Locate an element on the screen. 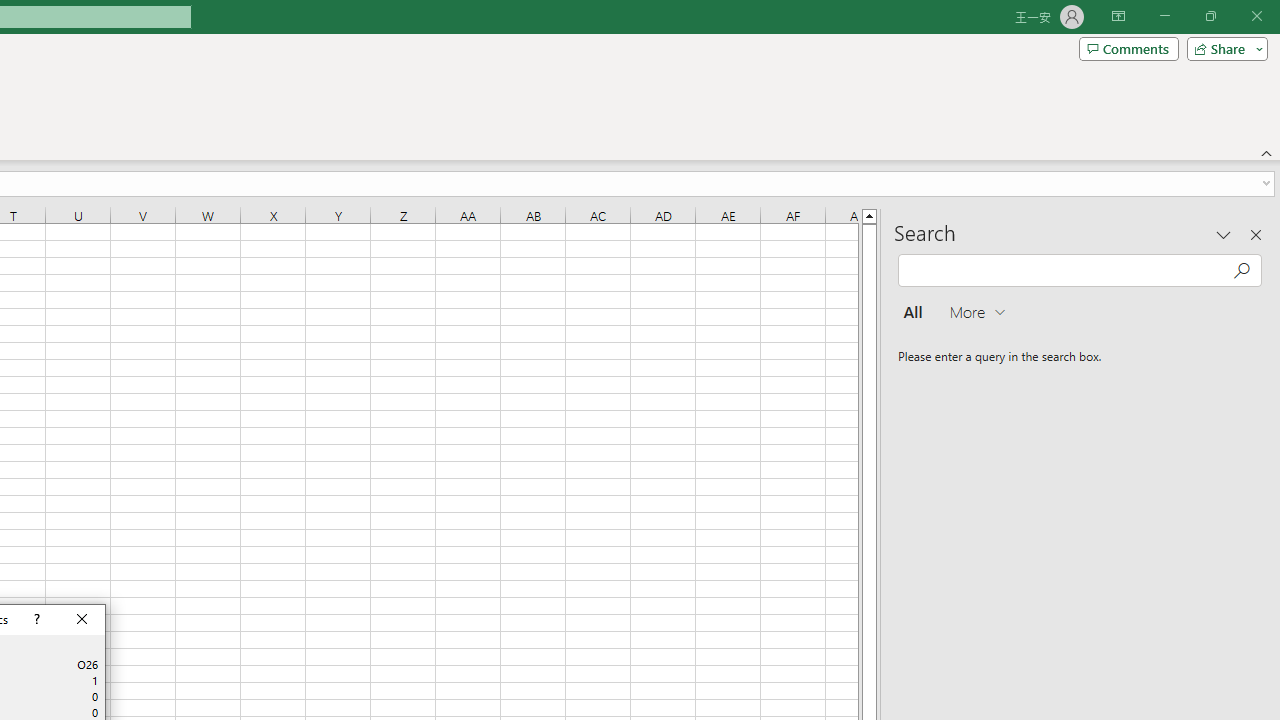 The height and width of the screenshot is (720, 1280). 'Line up' is located at coordinates (869, 215).